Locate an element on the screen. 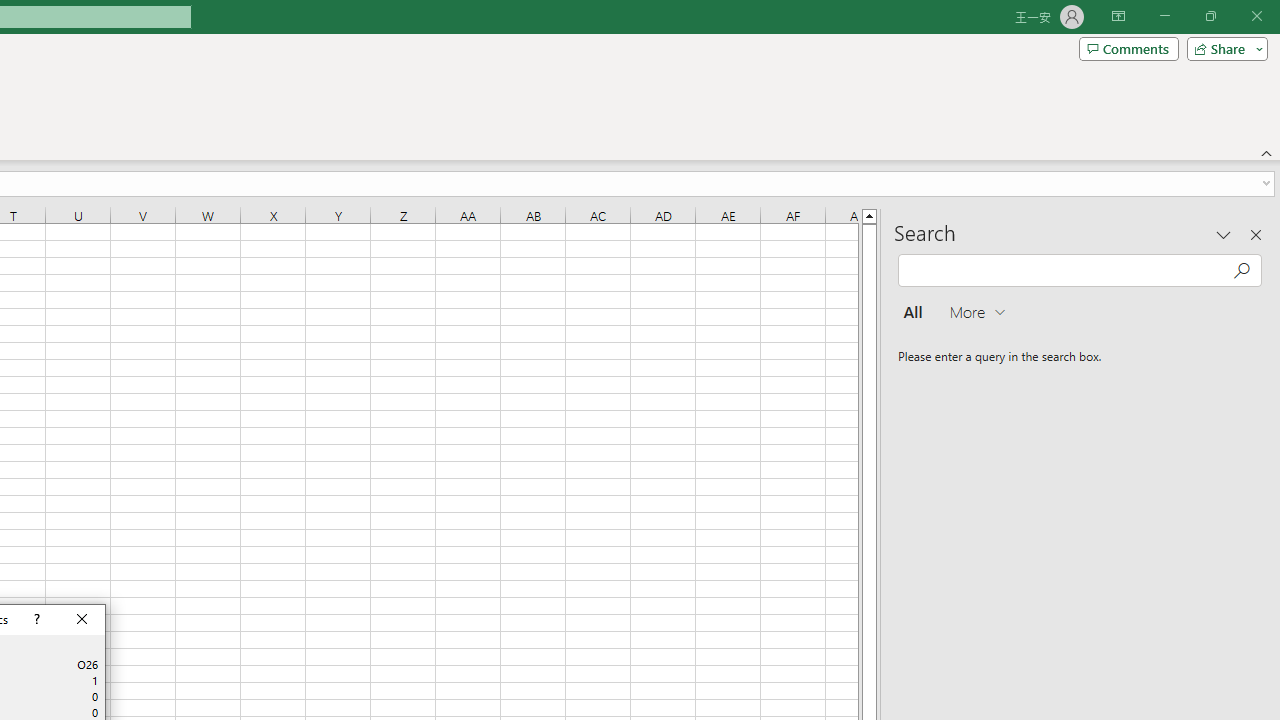 The height and width of the screenshot is (720, 1280). 'Line up' is located at coordinates (869, 215).